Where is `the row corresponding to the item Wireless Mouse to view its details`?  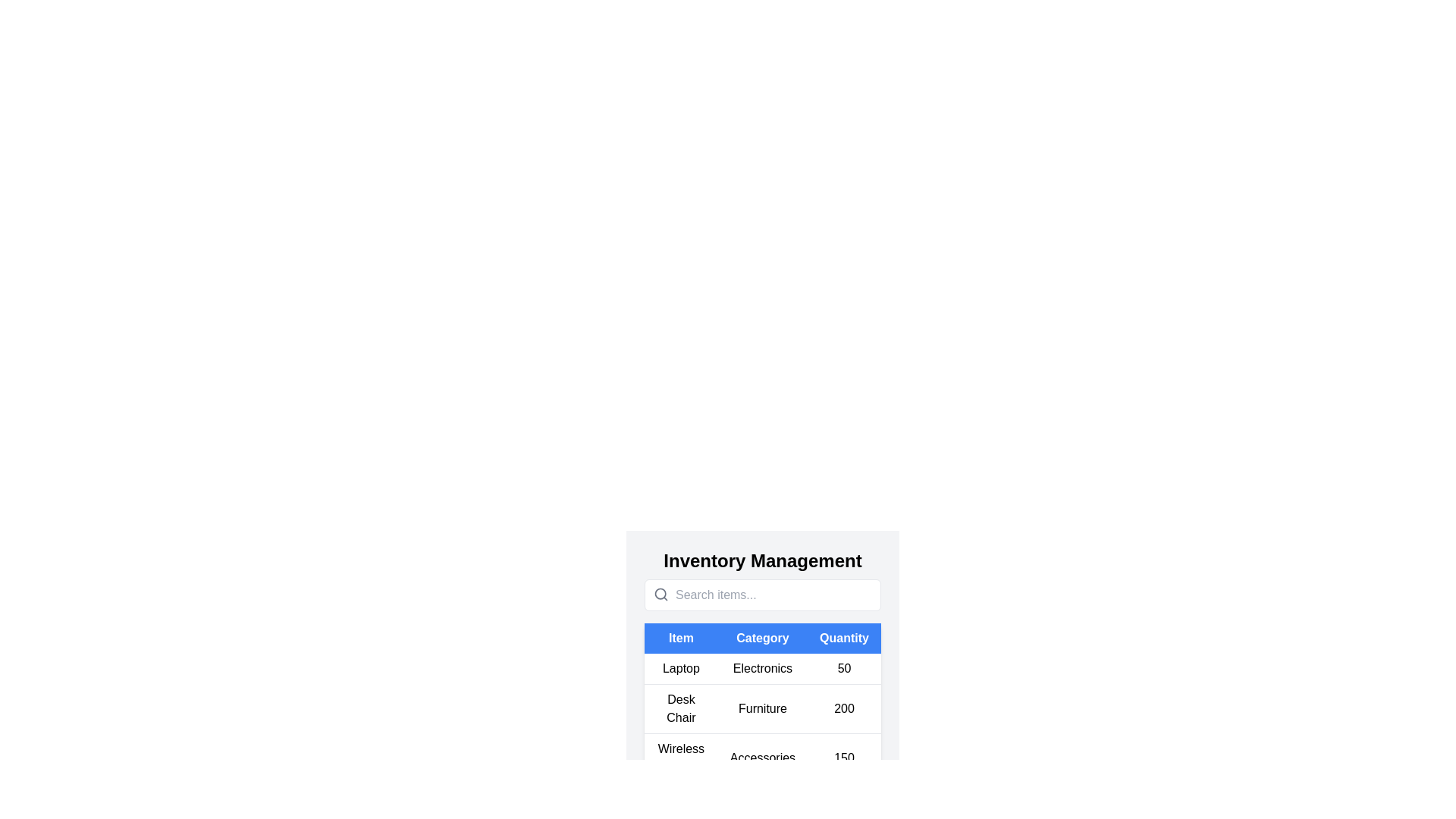 the row corresponding to the item Wireless Mouse to view its details is located at coordinates (763, 758).